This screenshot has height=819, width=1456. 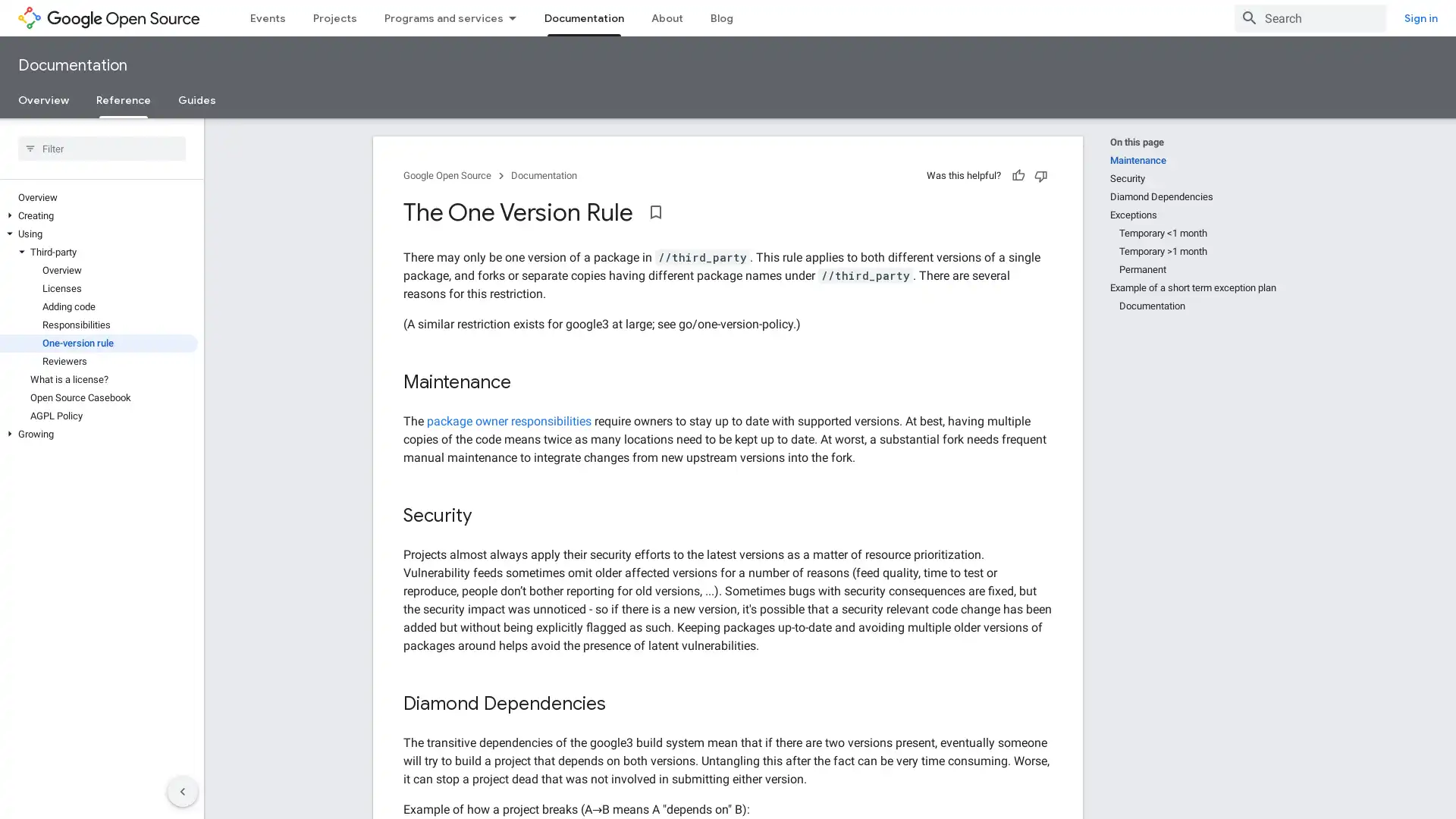 What do you see at coordinates (526, 382) in the screenshot?
I see `Copy link to this section: Maintenance` at bounding box center [526, 382].